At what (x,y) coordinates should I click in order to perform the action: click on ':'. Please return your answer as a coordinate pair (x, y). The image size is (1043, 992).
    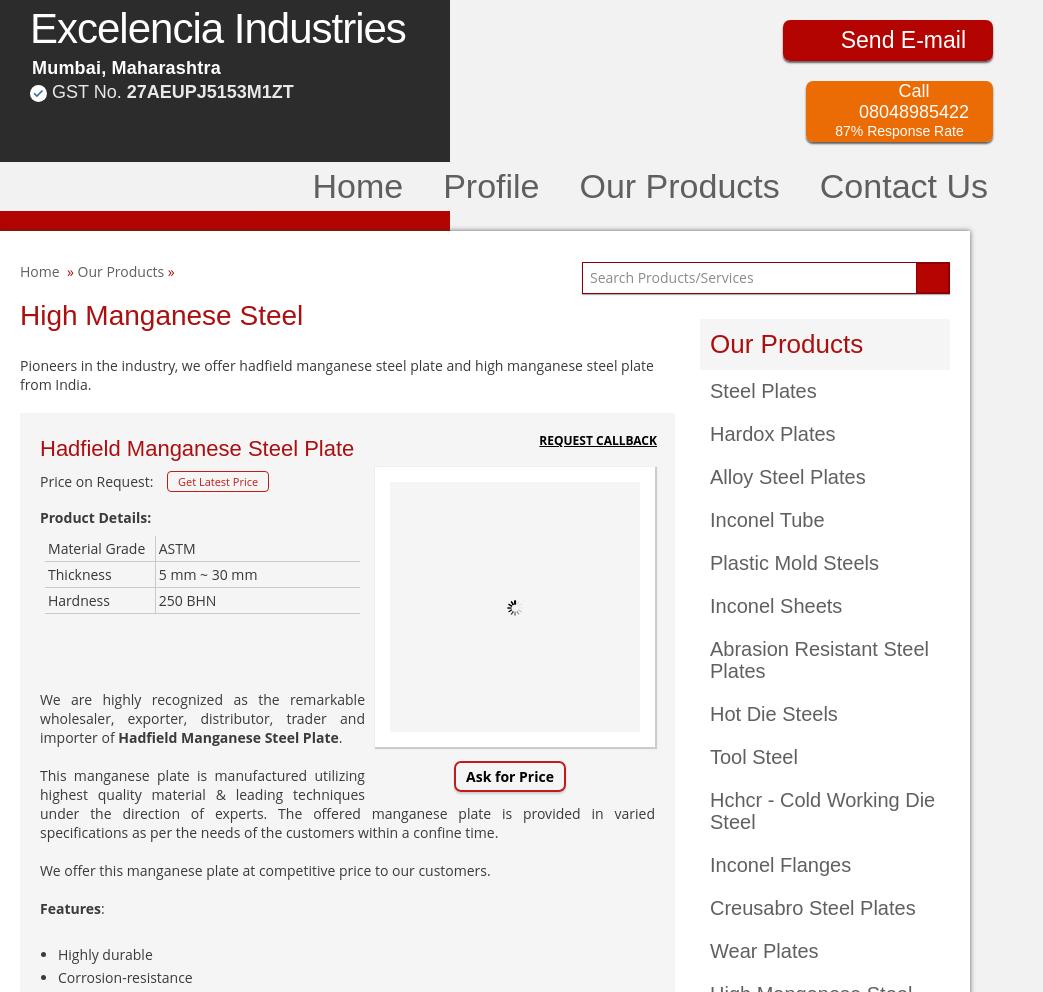
    Looking at the image, I should click on (100, 908).